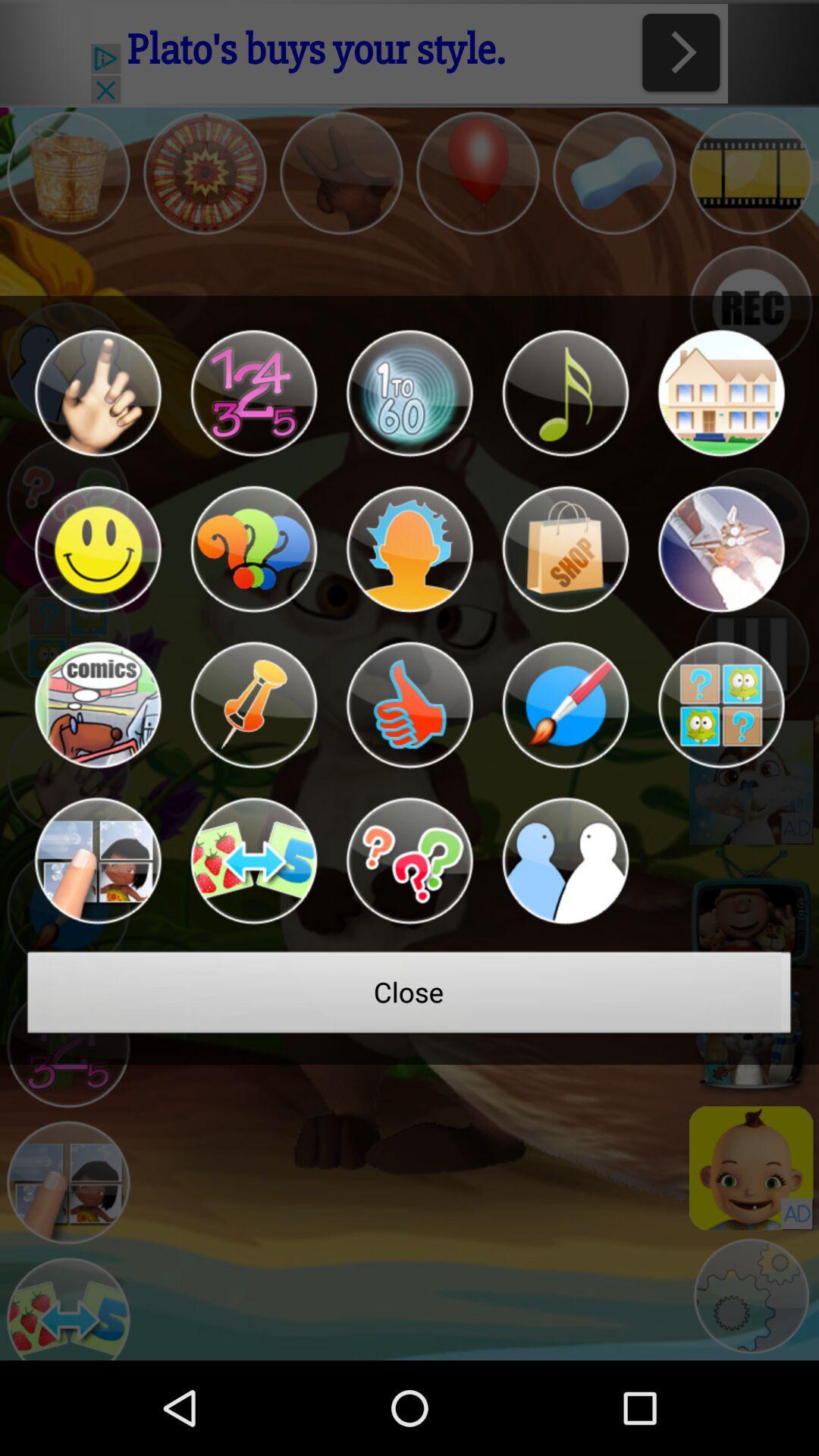 This screenshot has width=819, height=1456. I want to click on open questions, so click(409, 861).